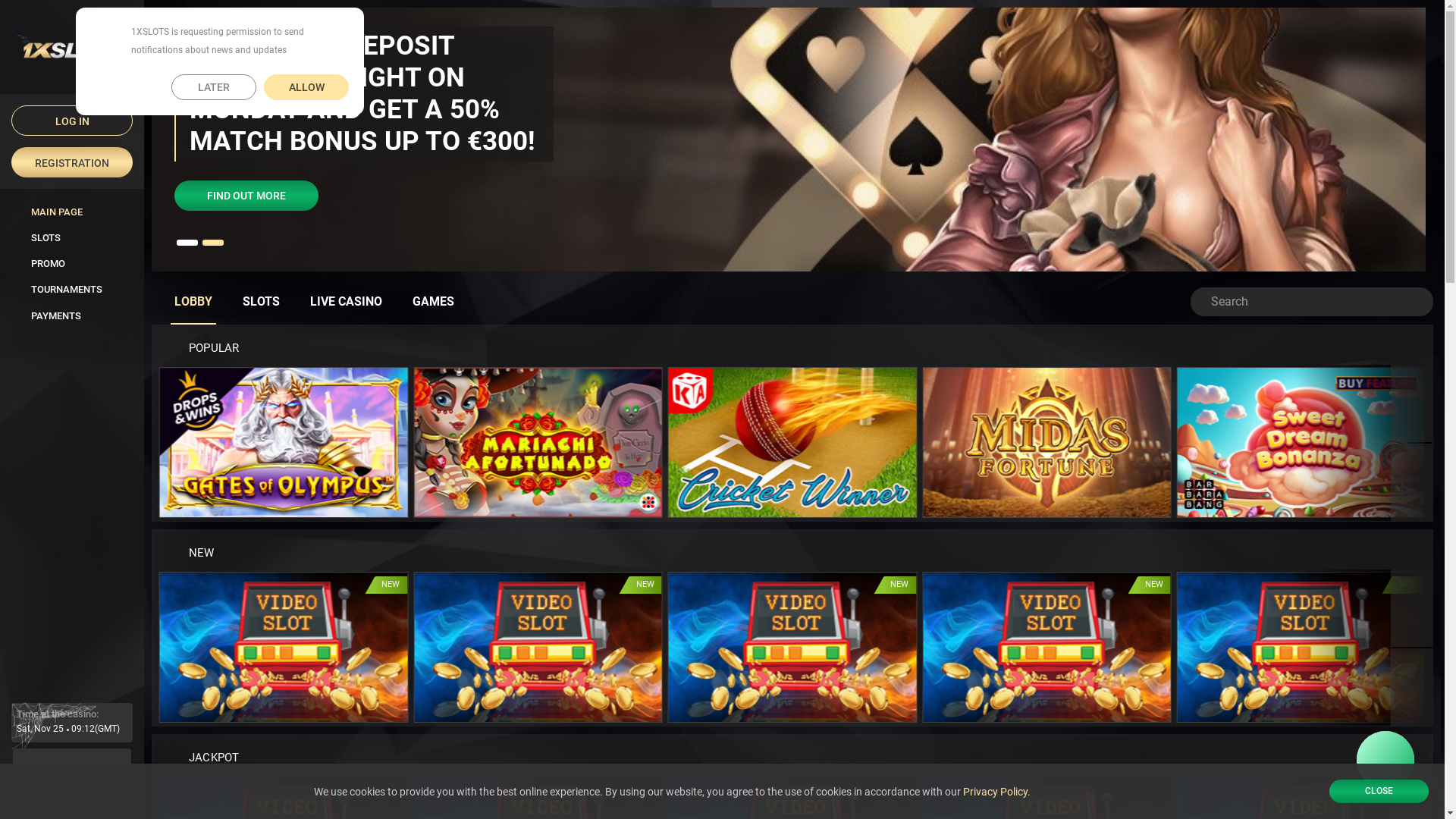 The height and width of the screenshot is (819, 1456). Describe the element at coordinates (171, 87) in the screenshot. I see `'LATER'` at that location.